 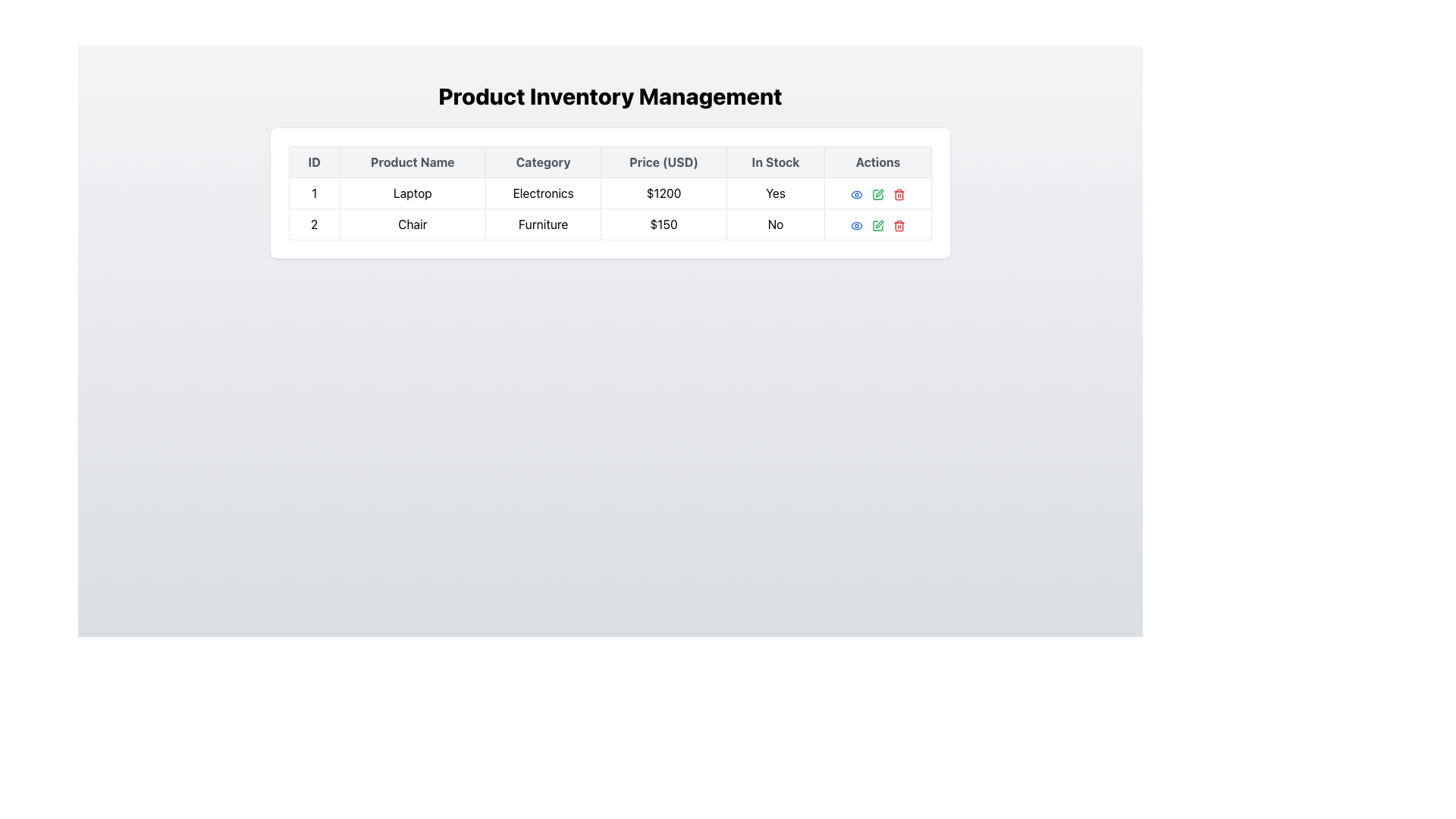 What do you see at coordinates (899, 193) in the screenshot?
I see `the delete icon button located in the 'Actions' column for the second item ('Chair') in the inventory table` at bounding box center [899, 193].